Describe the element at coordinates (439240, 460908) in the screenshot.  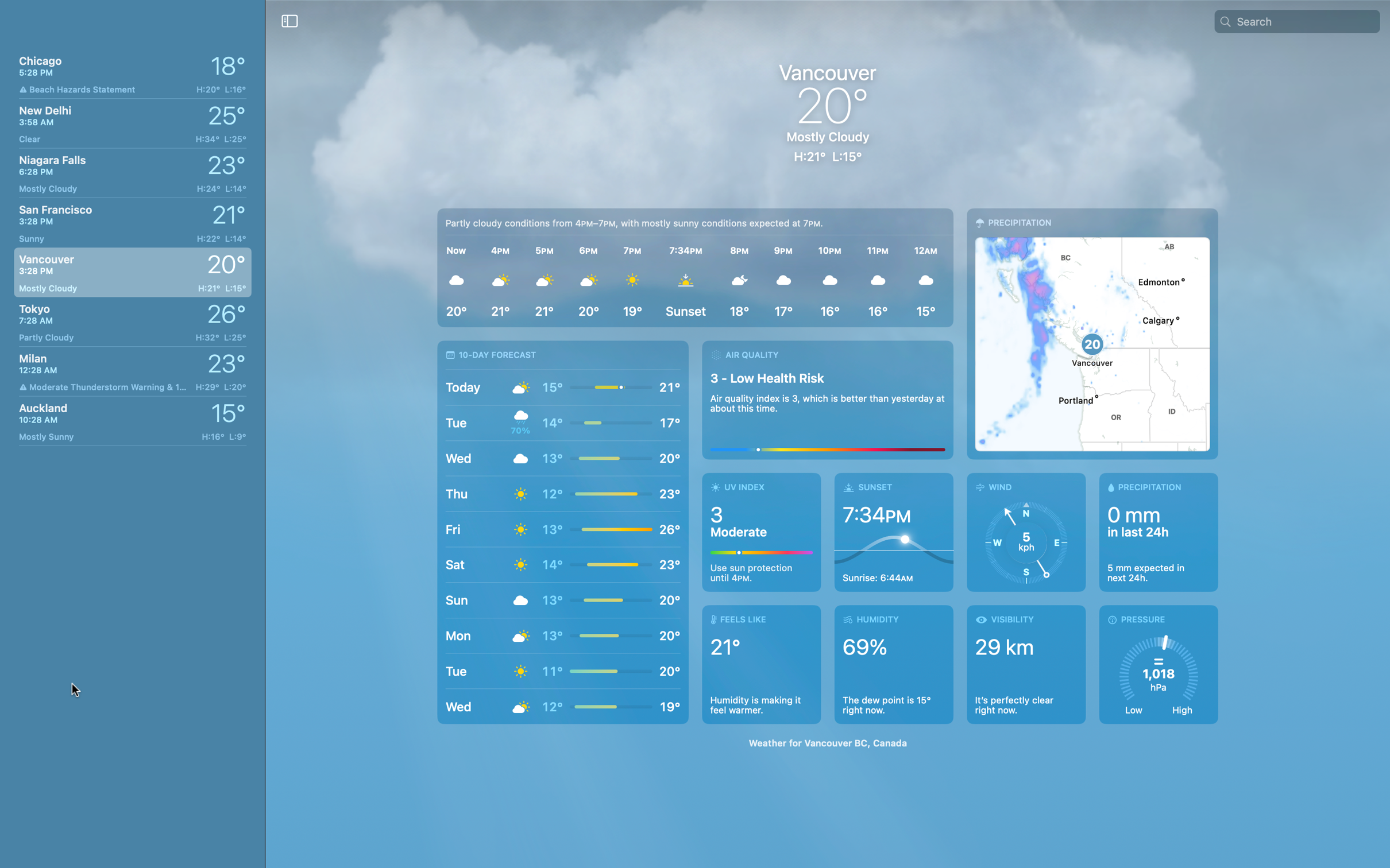
I see `Remove the San Francisco weather details from the left sidebar by using a swiping motion` at that location.